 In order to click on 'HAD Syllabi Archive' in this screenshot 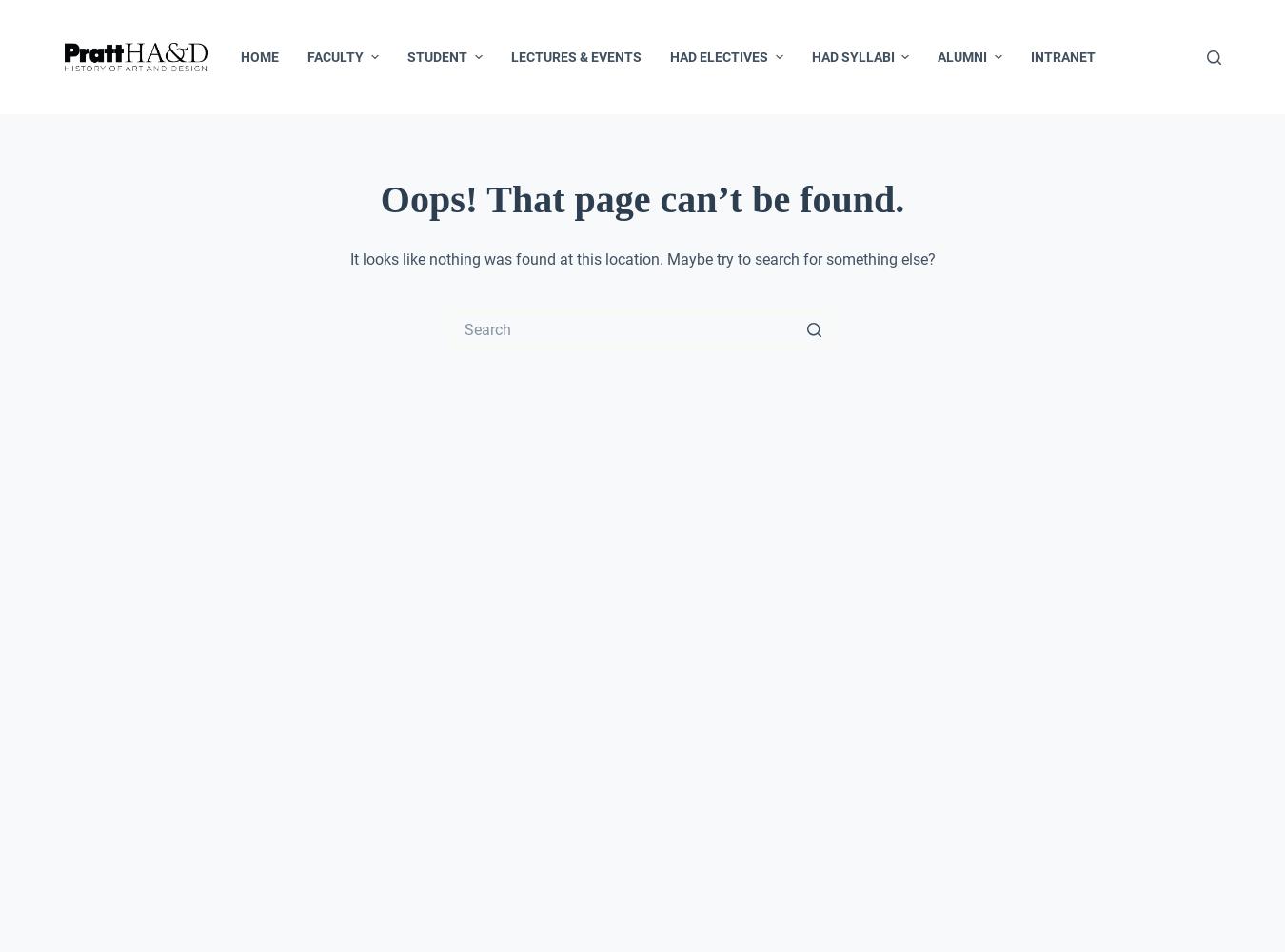, I will do `click(885, 313)`.